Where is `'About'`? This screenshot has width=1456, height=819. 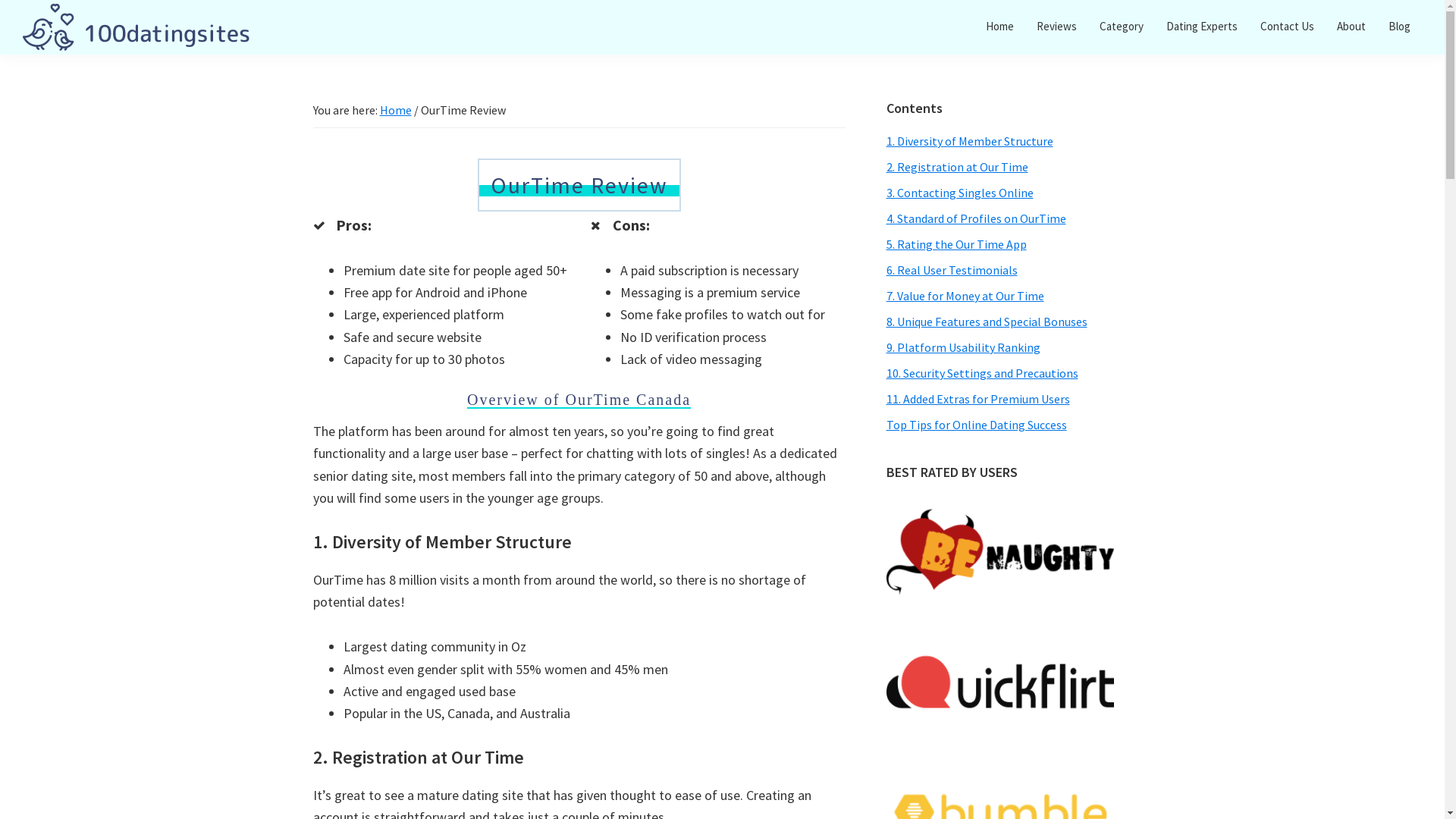
'About' is located at coordinates (1324, 26).